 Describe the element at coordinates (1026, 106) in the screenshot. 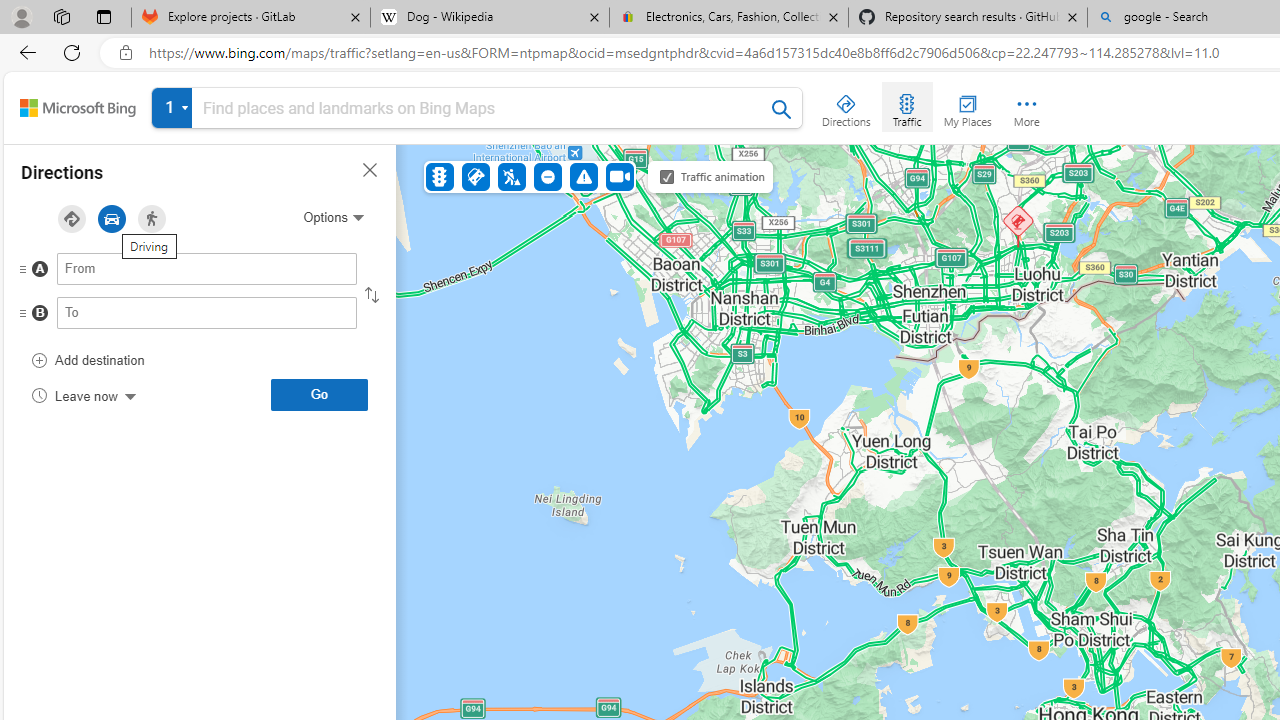

I see `'More'` at that location.